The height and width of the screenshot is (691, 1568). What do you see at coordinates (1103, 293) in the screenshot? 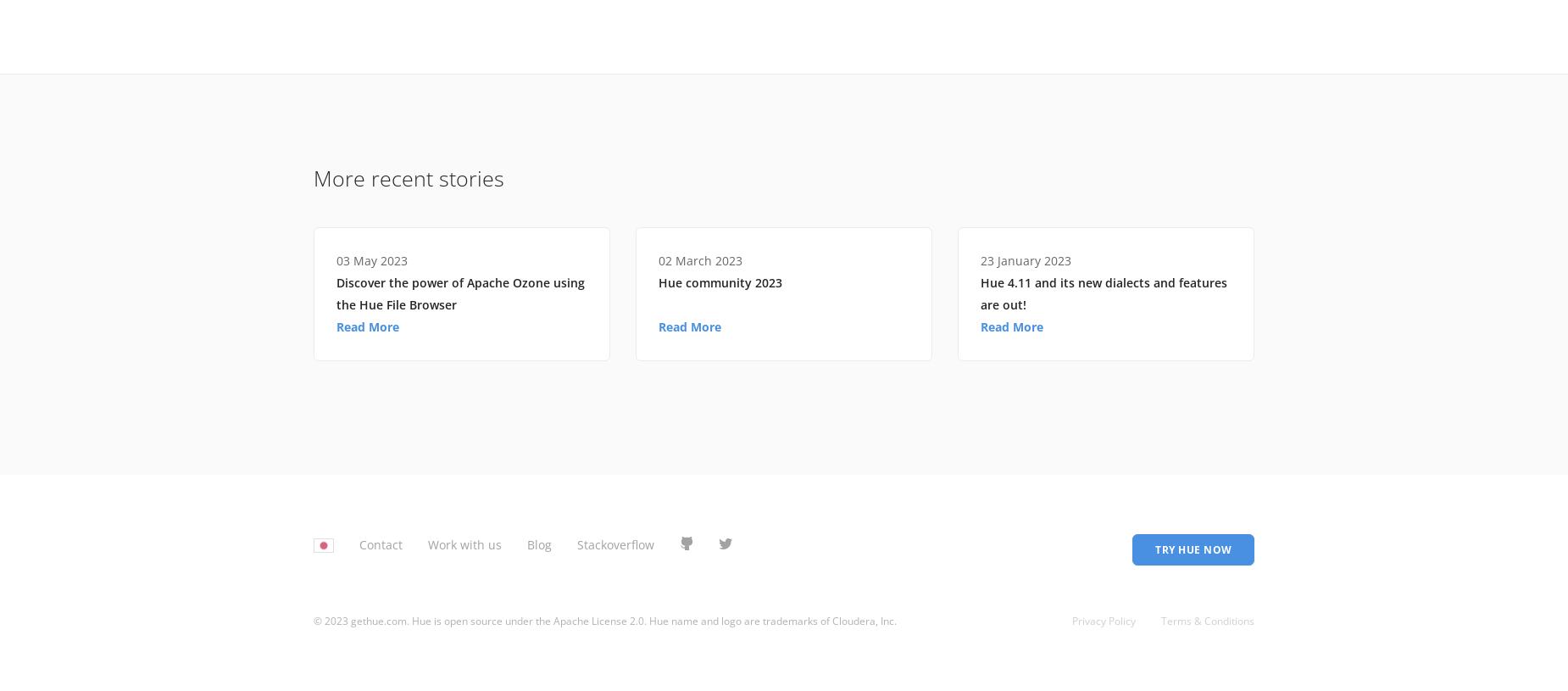
I see `'Hue 4.11 and its new dialects and features are out!'` at bounding box center [1103, 293].